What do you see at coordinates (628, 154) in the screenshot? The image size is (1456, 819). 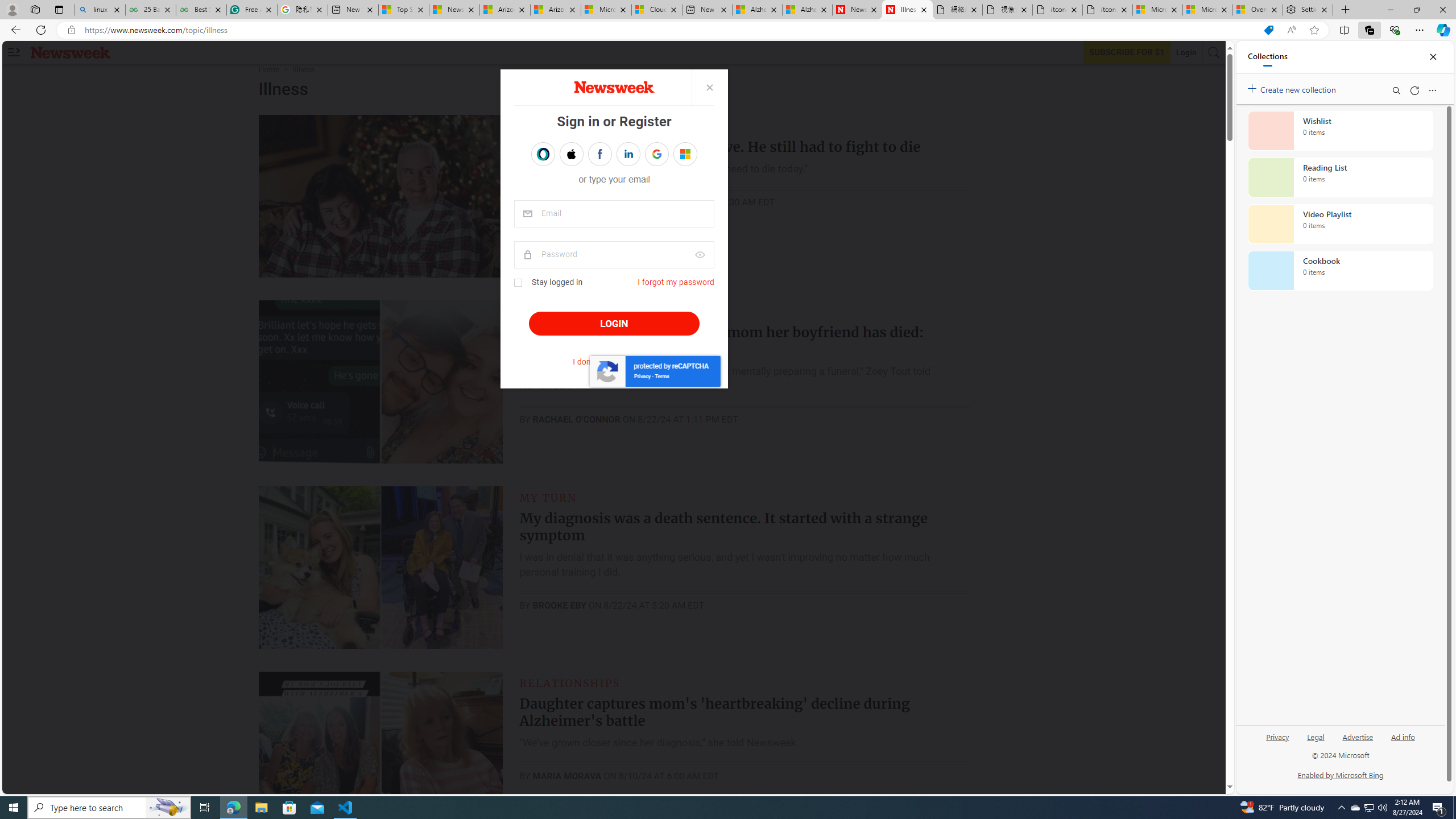 I see `'Sign in with LINKEDIN'` at bounding box center [628, 154].